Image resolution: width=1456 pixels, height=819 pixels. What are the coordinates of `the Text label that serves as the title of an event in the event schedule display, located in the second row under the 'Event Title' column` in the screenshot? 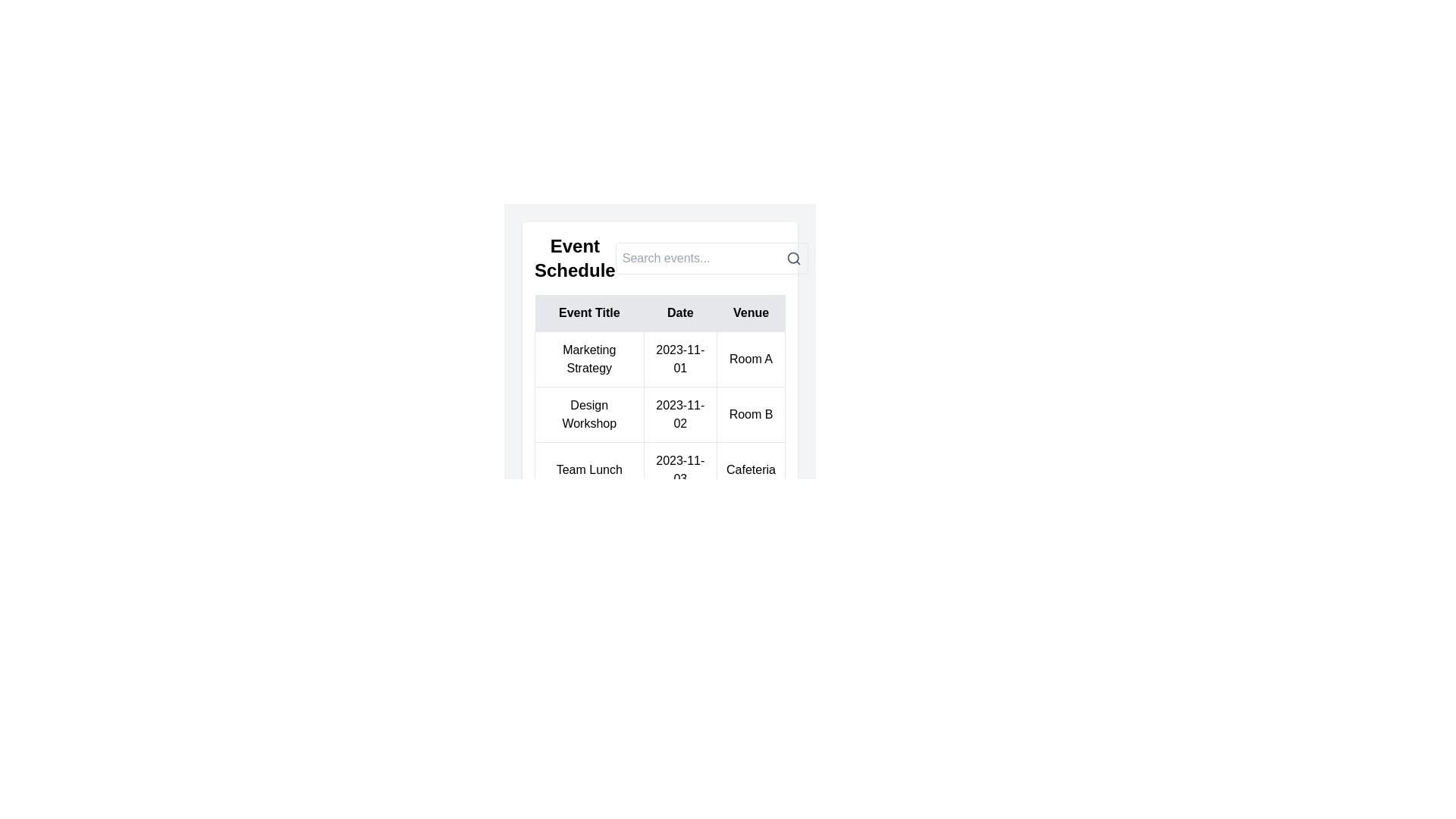 It's located at (588, 415).